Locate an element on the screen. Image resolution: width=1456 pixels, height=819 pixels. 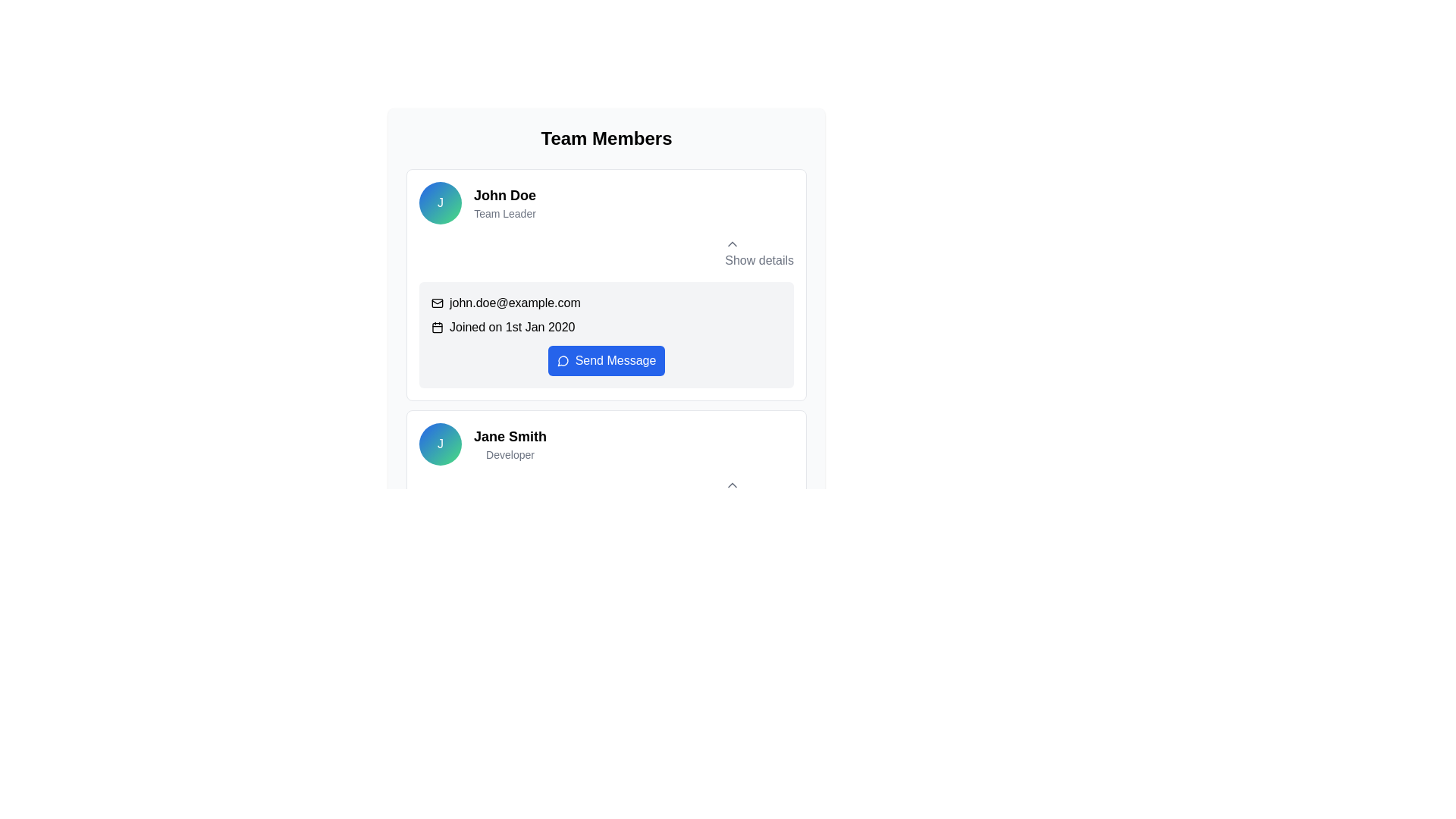
the 'Show details' button, which is styled in gray and changes to blue on hover, located in the top-right area of John Doe's information card is located at coordinates (759, 253).